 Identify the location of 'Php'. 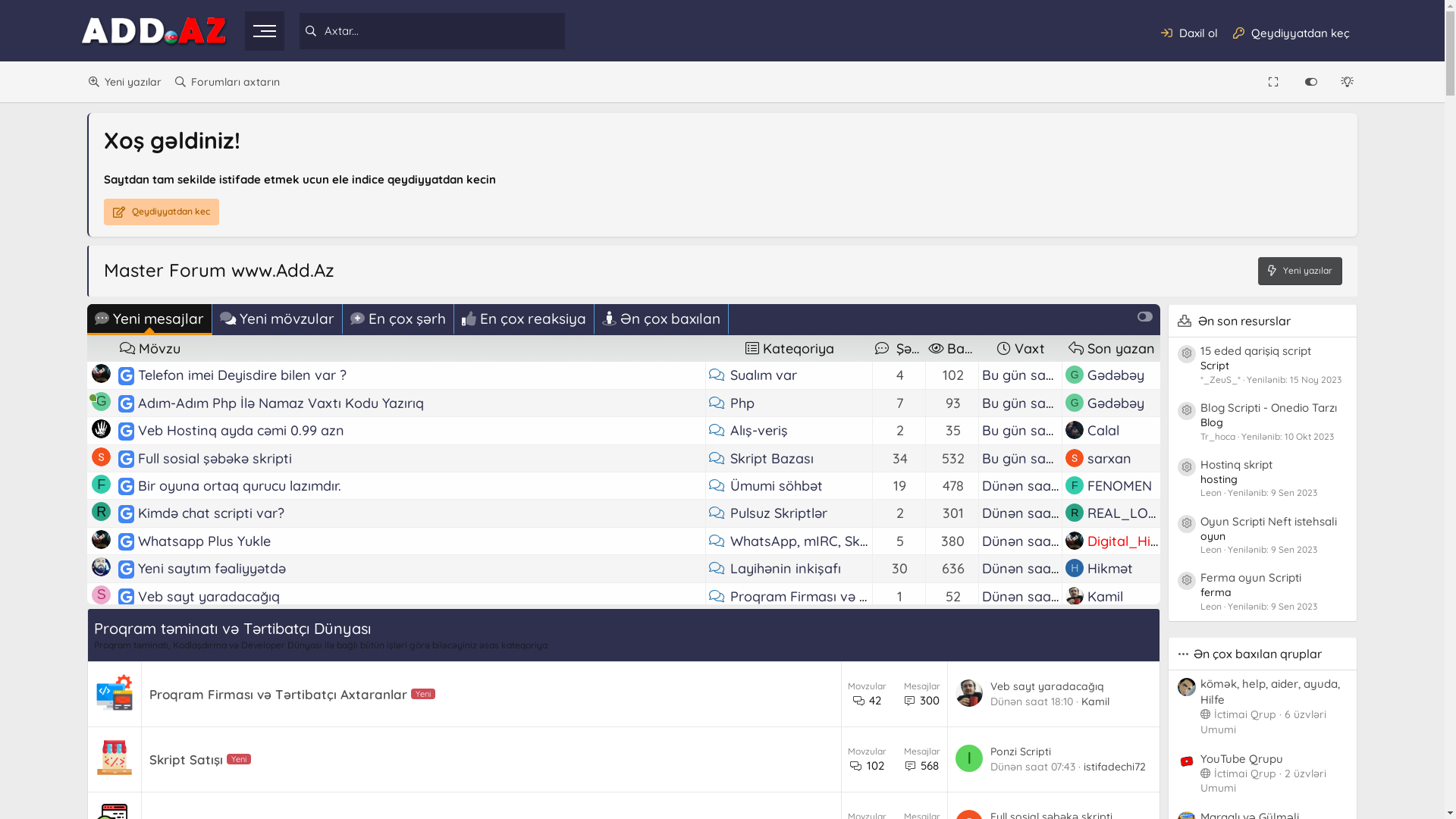
(730, 402).